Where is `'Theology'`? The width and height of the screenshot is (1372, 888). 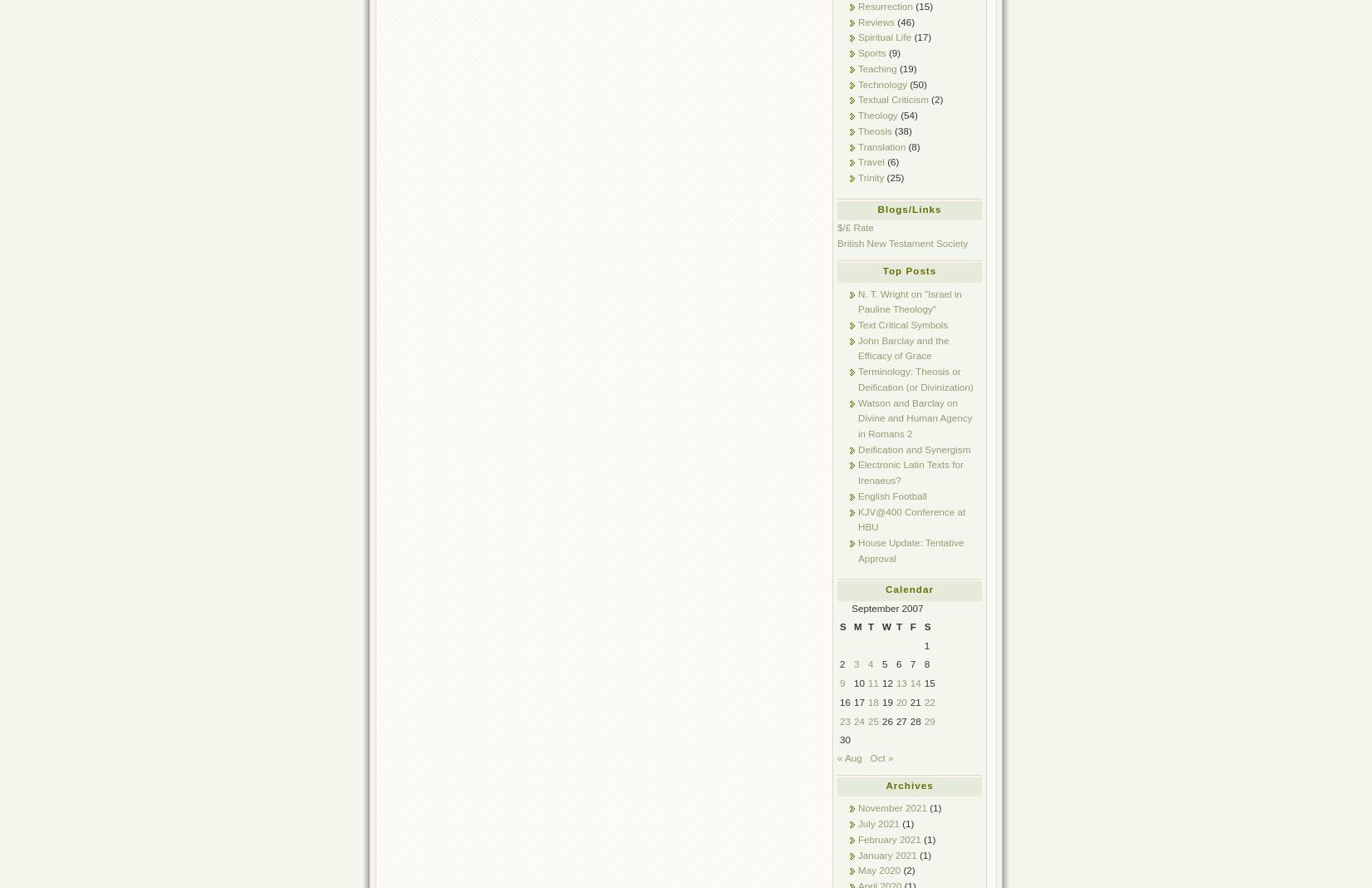
'Theology' is located at coordinates (877, 115).